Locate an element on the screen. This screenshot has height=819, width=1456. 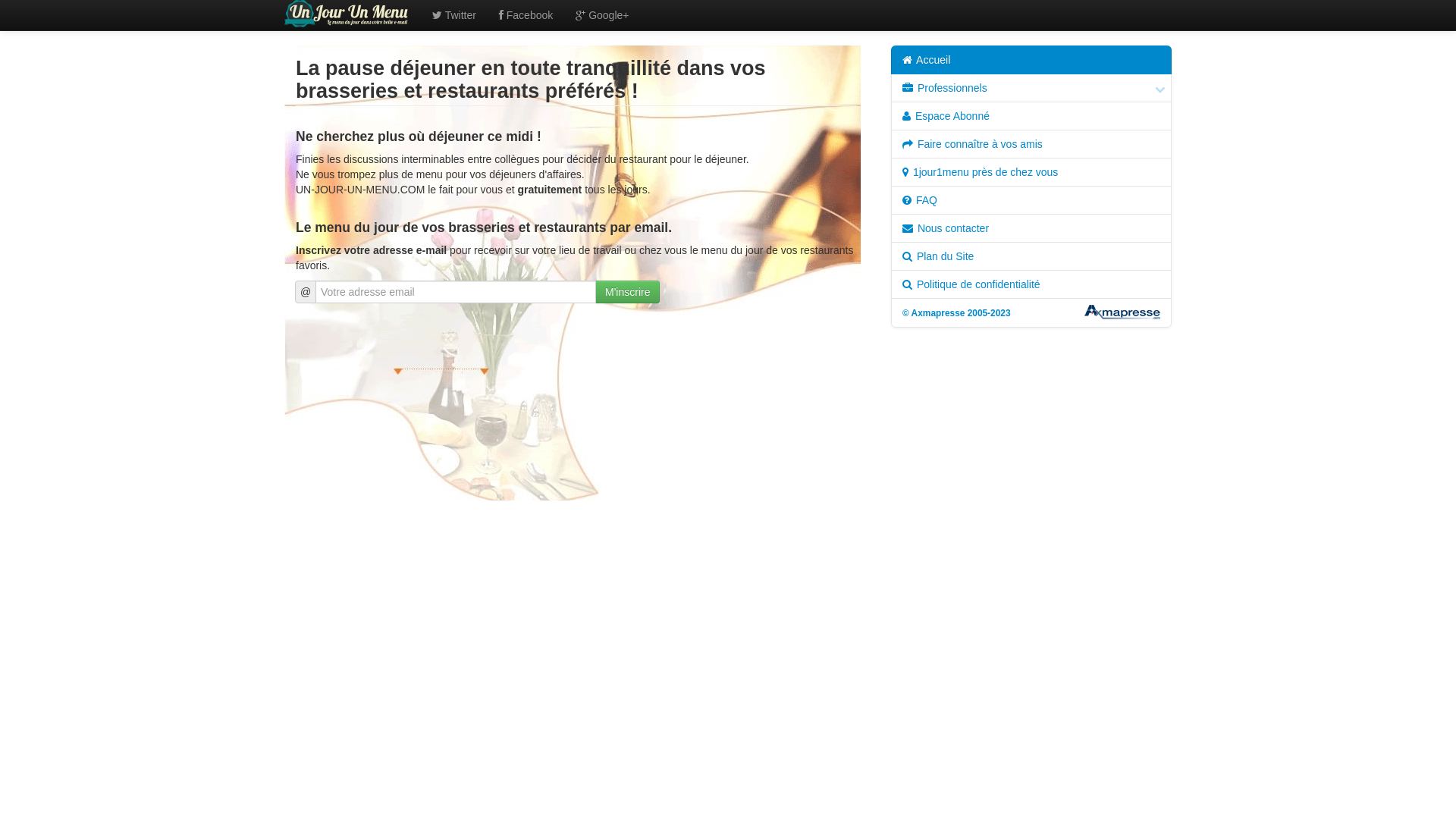
'FAQ' is located at coordinates (1031, 199).